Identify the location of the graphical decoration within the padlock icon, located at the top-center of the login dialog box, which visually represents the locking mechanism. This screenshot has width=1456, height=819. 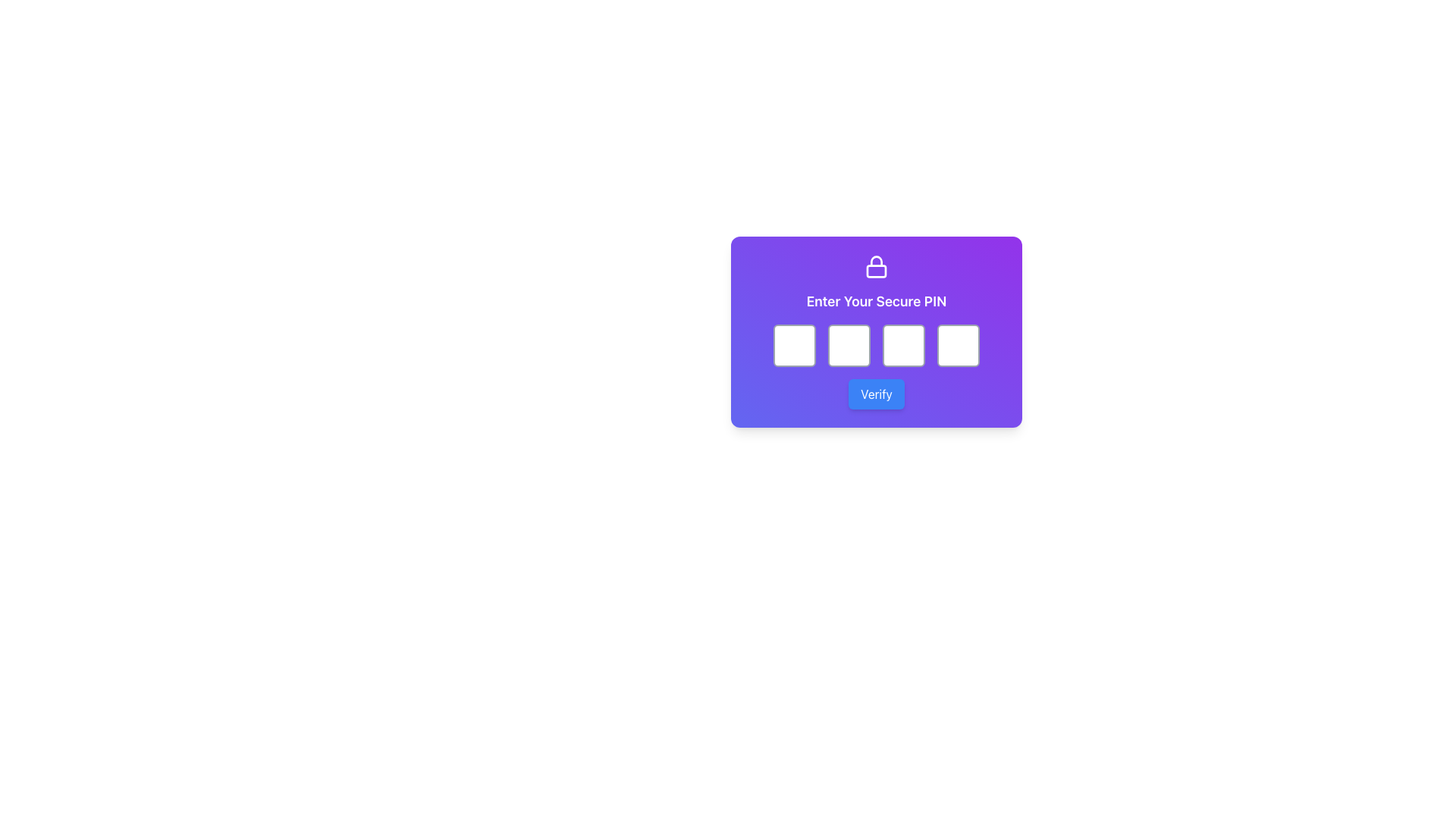
(877, 271).